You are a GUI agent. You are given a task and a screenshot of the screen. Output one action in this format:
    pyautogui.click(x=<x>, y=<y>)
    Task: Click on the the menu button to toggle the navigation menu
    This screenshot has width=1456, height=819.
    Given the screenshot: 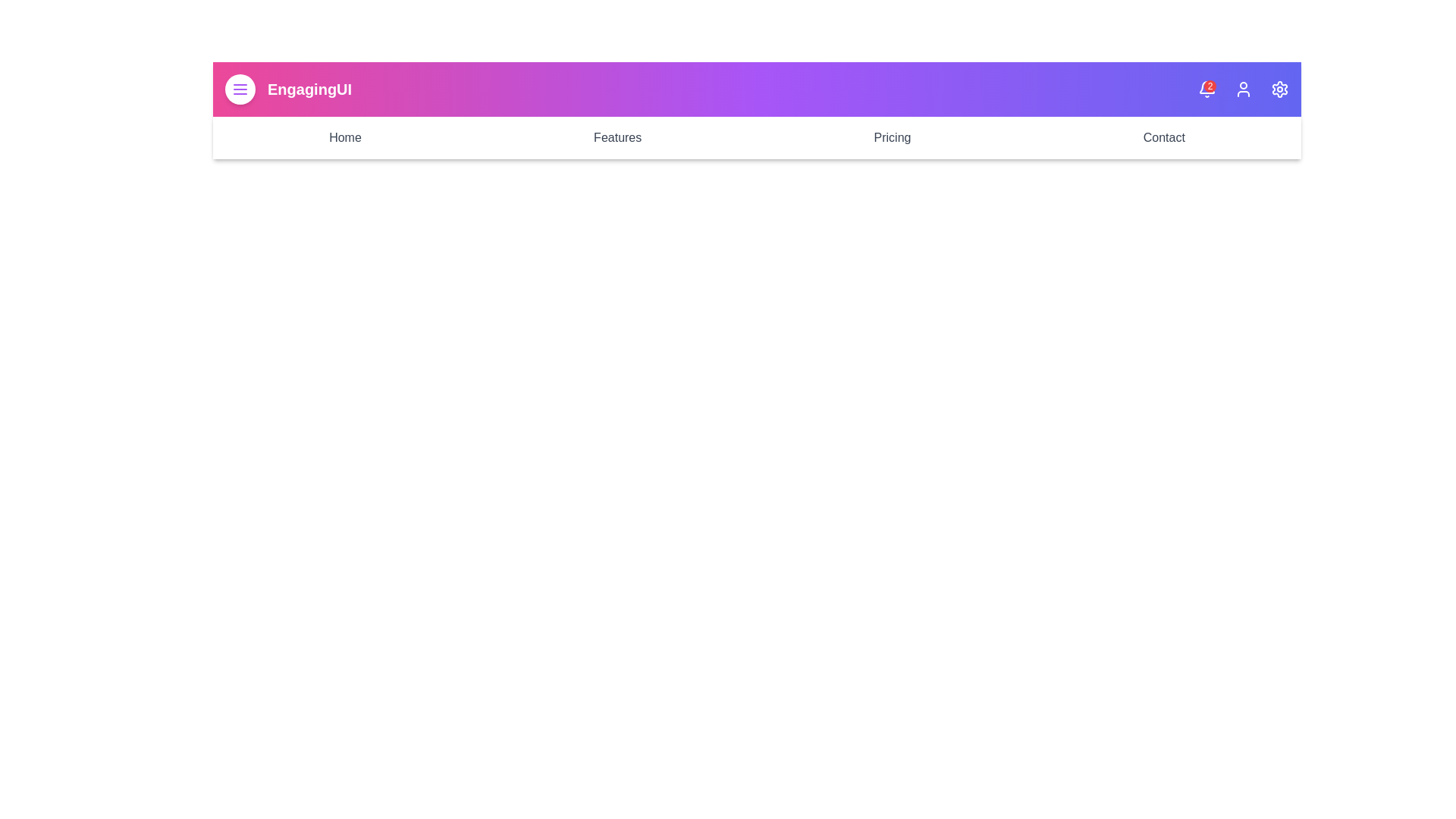 What is the action you would take?
    pyautogui.click(x=239, y=89)
    